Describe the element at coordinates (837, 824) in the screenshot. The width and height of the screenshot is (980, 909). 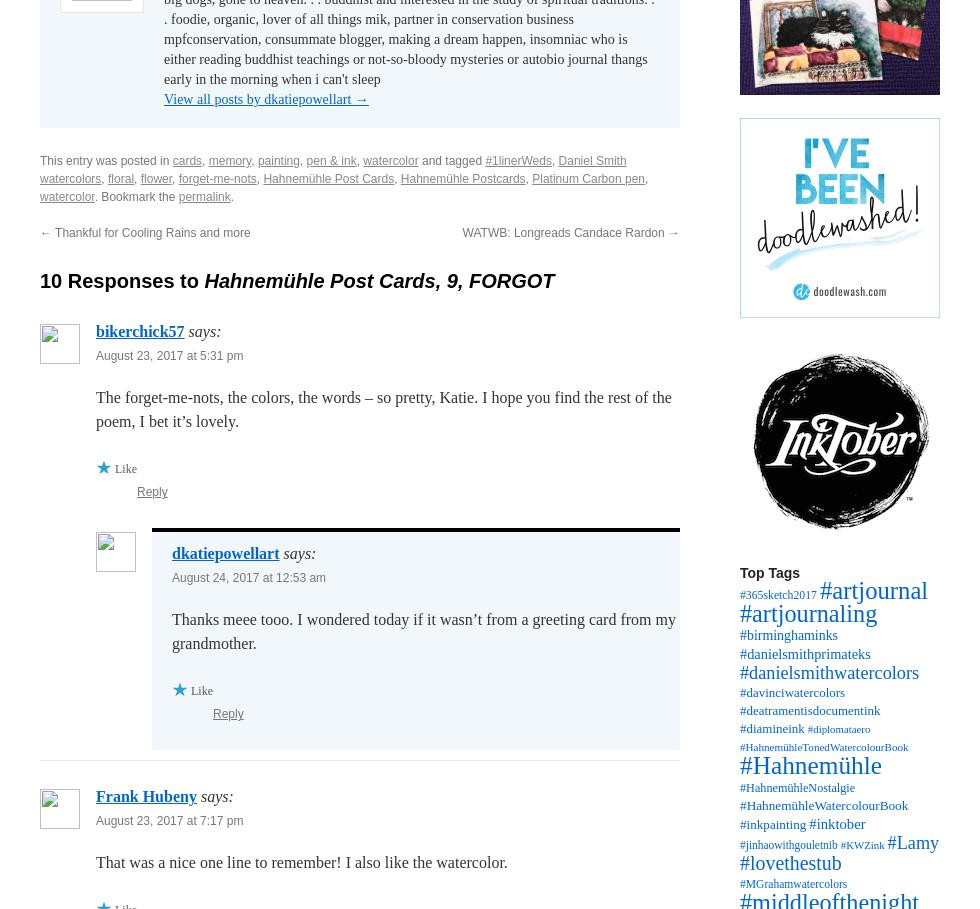
I see `'#inktober'` at that location.